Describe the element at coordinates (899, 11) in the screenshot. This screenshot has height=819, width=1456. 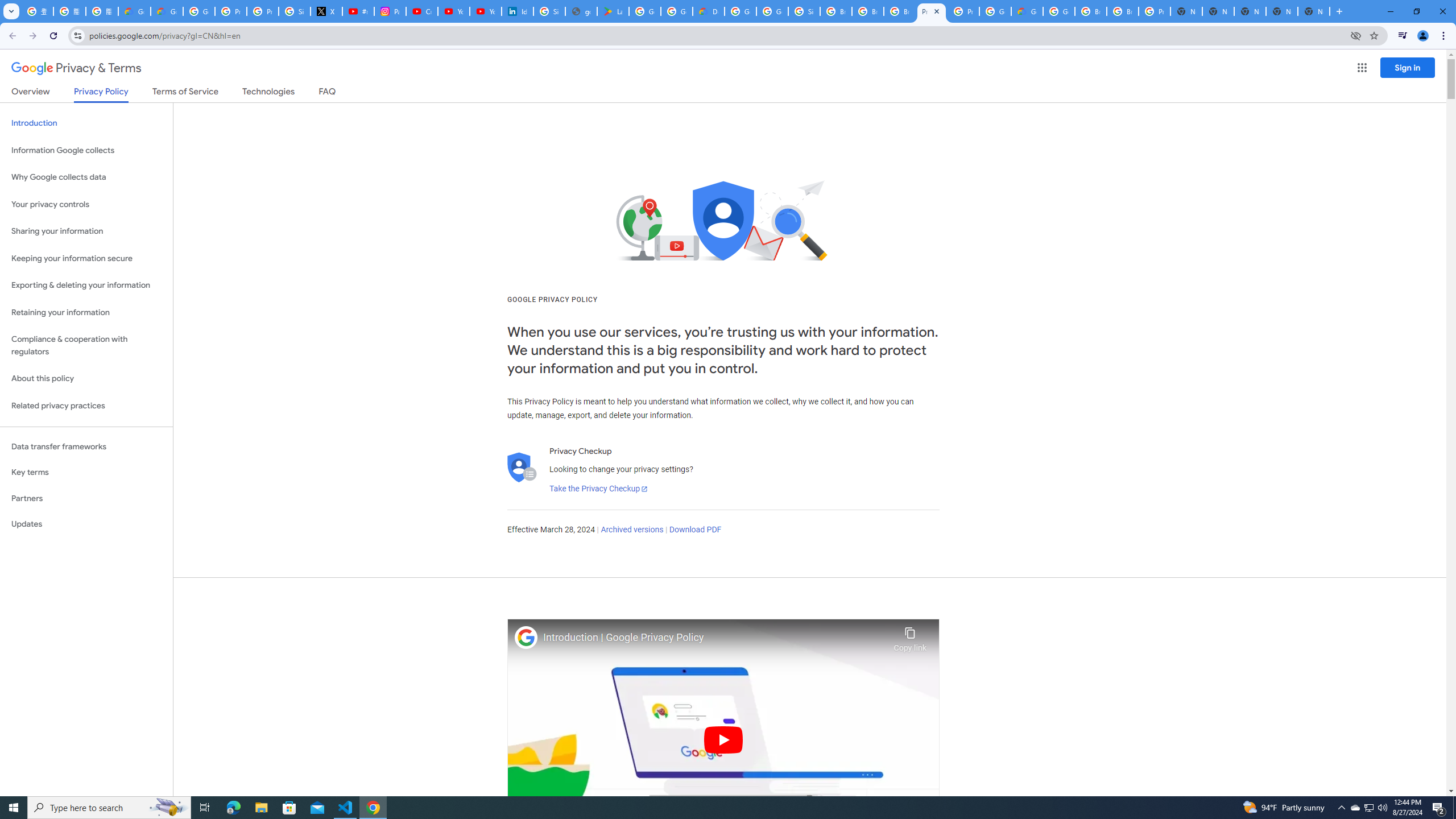
I see `'Browse Chrome as a guest - Computer - Google Chrome Help'` at that location.